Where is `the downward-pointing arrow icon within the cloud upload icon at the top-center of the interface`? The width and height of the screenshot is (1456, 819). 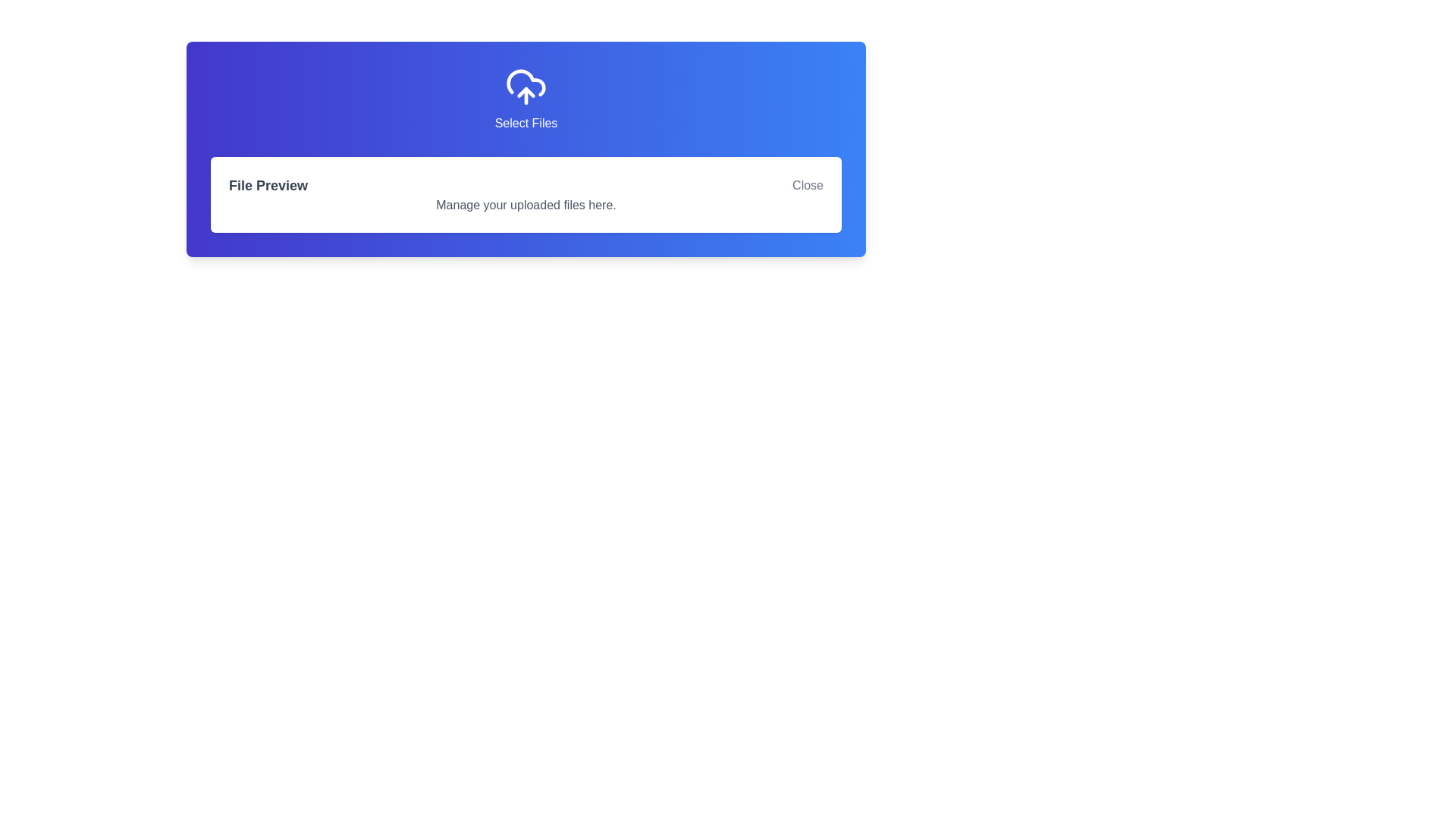 the downward-pointing arrow icon within the cloud upload icon at the top-center of the interface is located at coordinates (526, 93).